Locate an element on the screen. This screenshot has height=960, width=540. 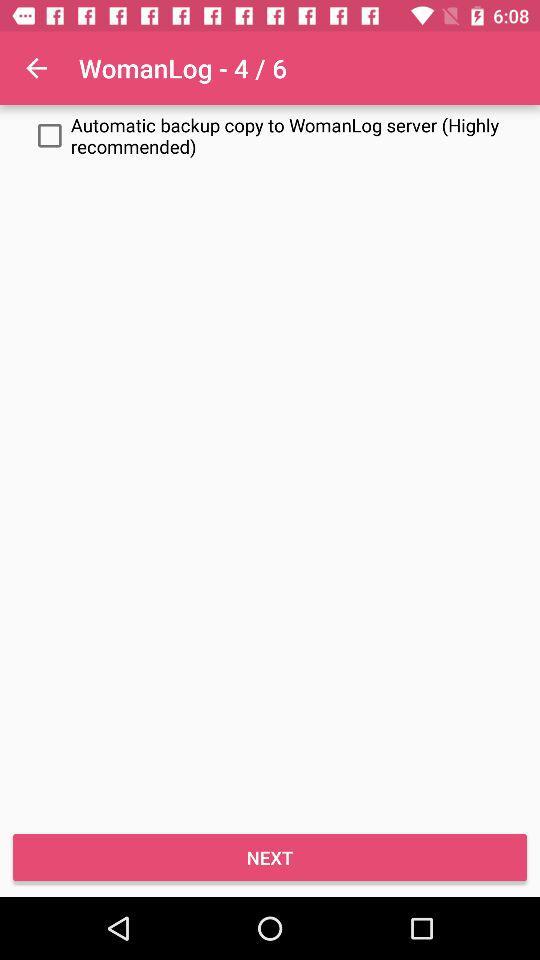
automatic backup copy is located at coordinates (270, 134).